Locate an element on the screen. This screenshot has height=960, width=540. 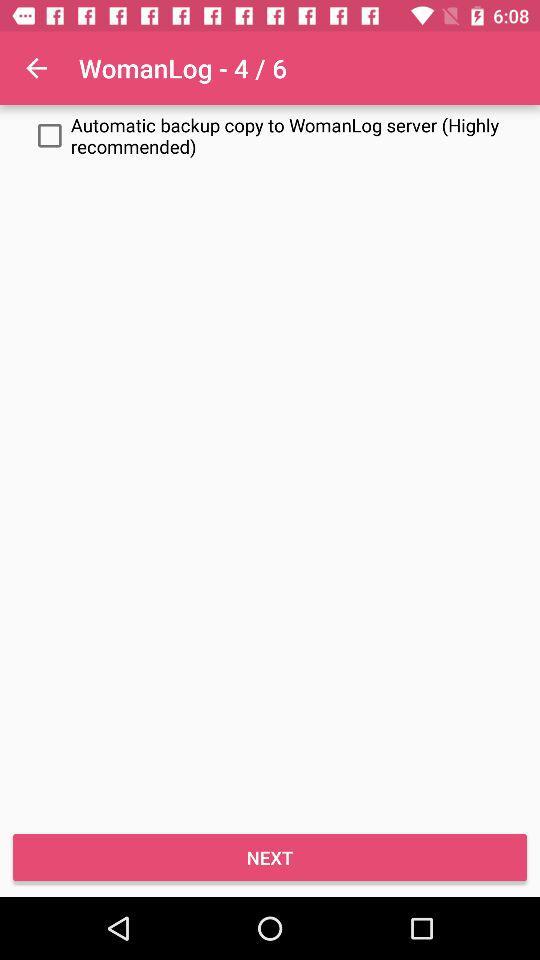
automatic backup copy is located at coordinates (270, 134).